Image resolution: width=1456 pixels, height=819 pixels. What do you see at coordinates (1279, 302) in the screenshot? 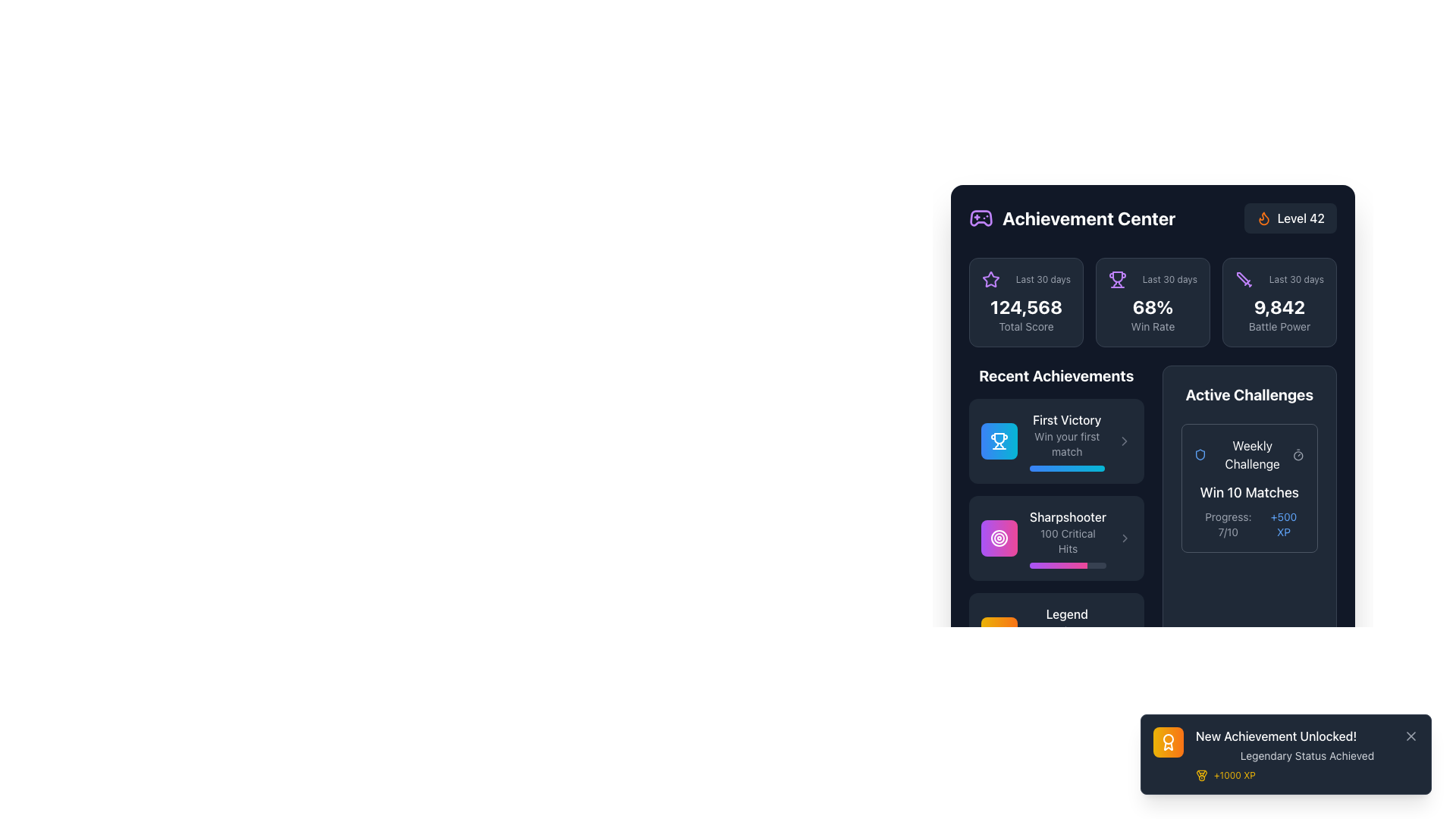
I see `the Informative card displaying 'Last 30 days' and 'Battle Power' with a dark gray background and light purple sword icon, located in the Achievement Center section` at bounding box center [1279, 302].